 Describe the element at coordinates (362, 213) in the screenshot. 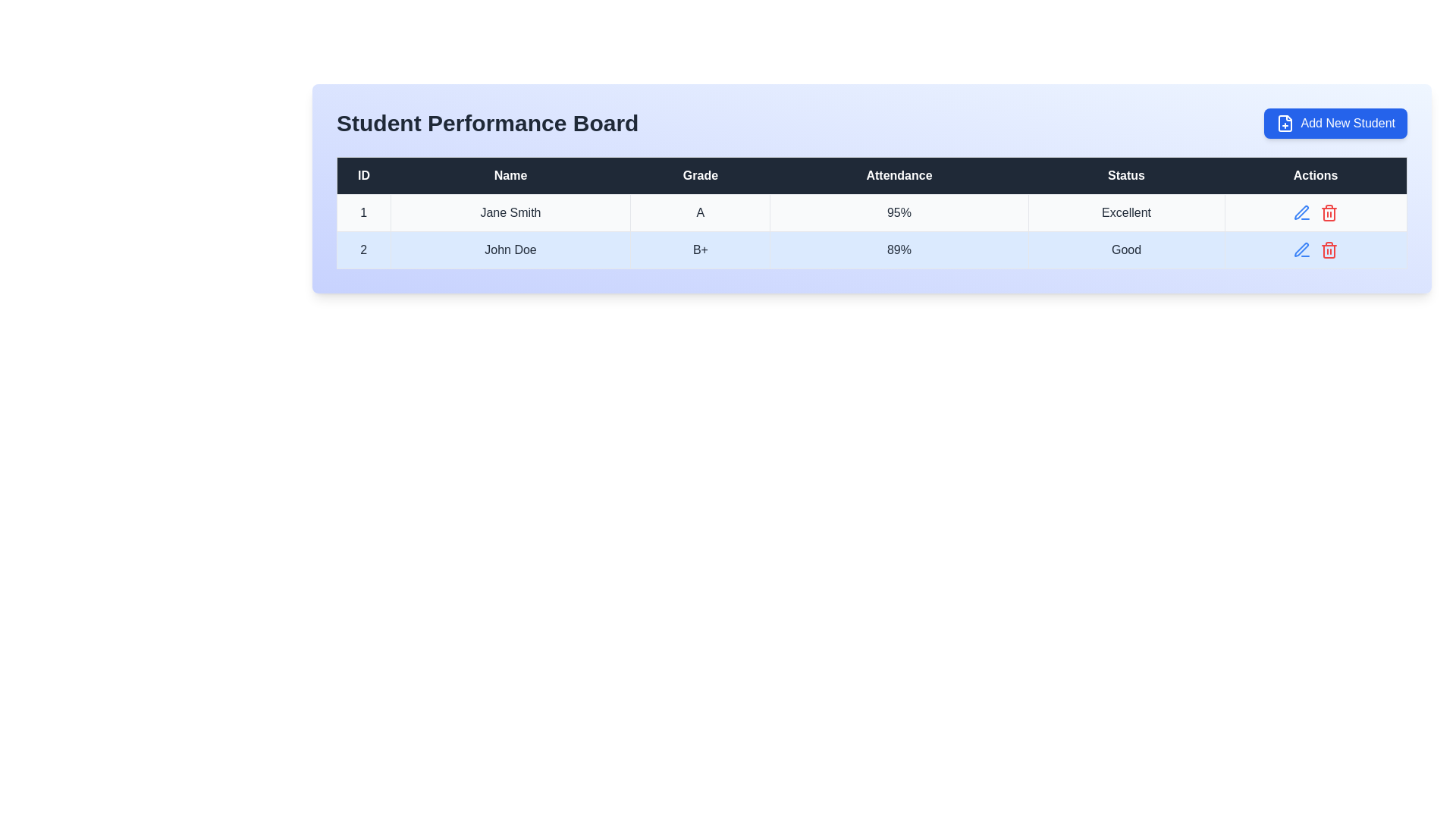

I see `the table cell containing the identifier` at that location.